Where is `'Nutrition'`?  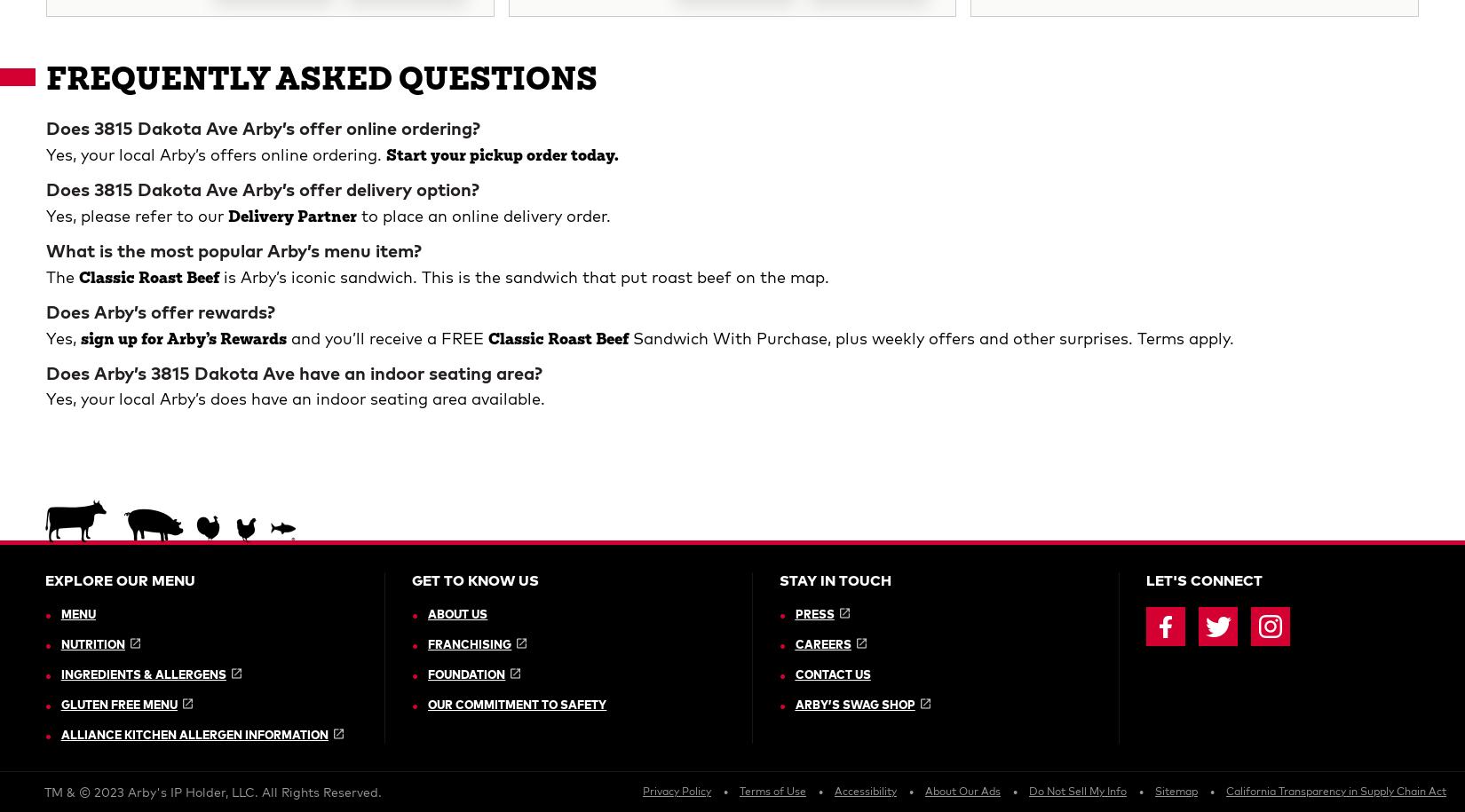 'Nutrition' is located at coordinates (91, 27).